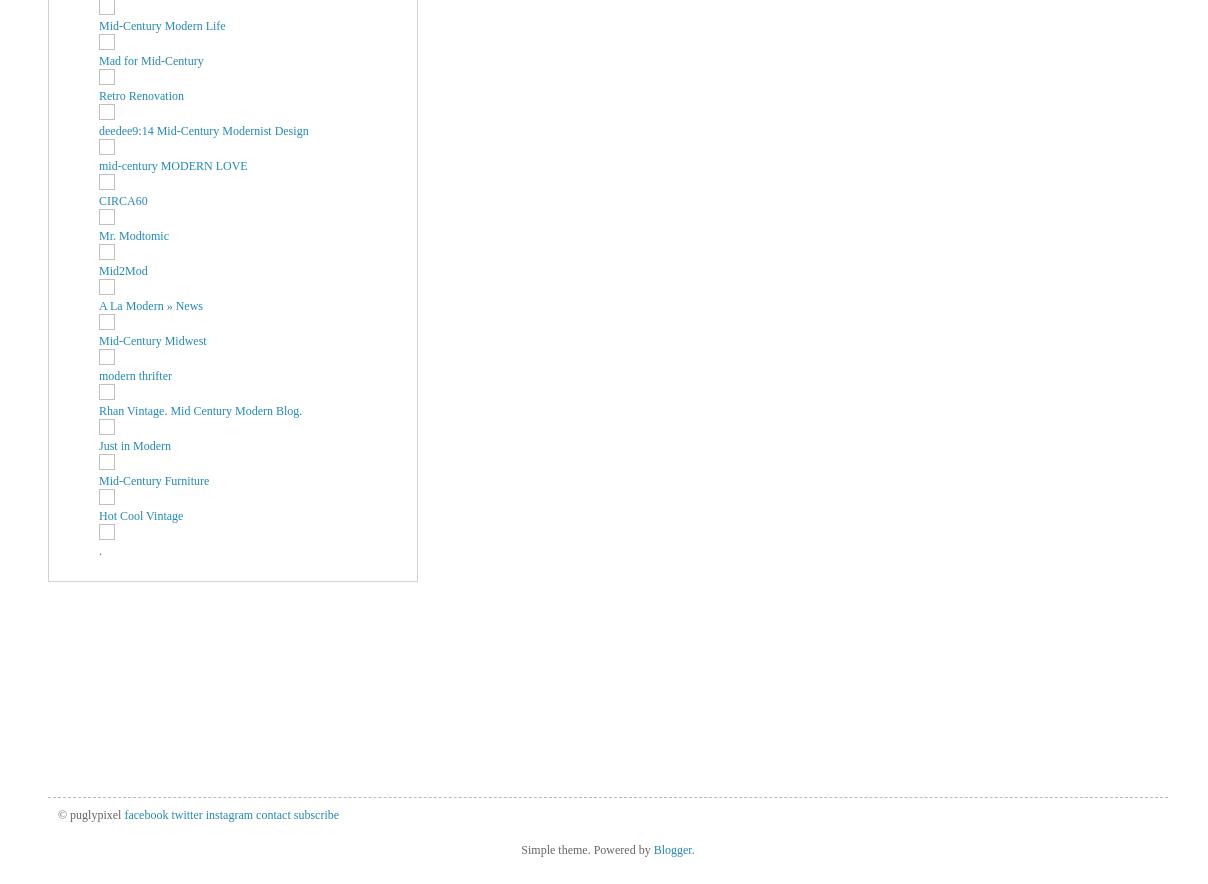 The height and width of the screenshot is (884, 1208). Describe the element at coordinates (98, 374) in the screenshot. I see `'modern thrifter'` at that location.